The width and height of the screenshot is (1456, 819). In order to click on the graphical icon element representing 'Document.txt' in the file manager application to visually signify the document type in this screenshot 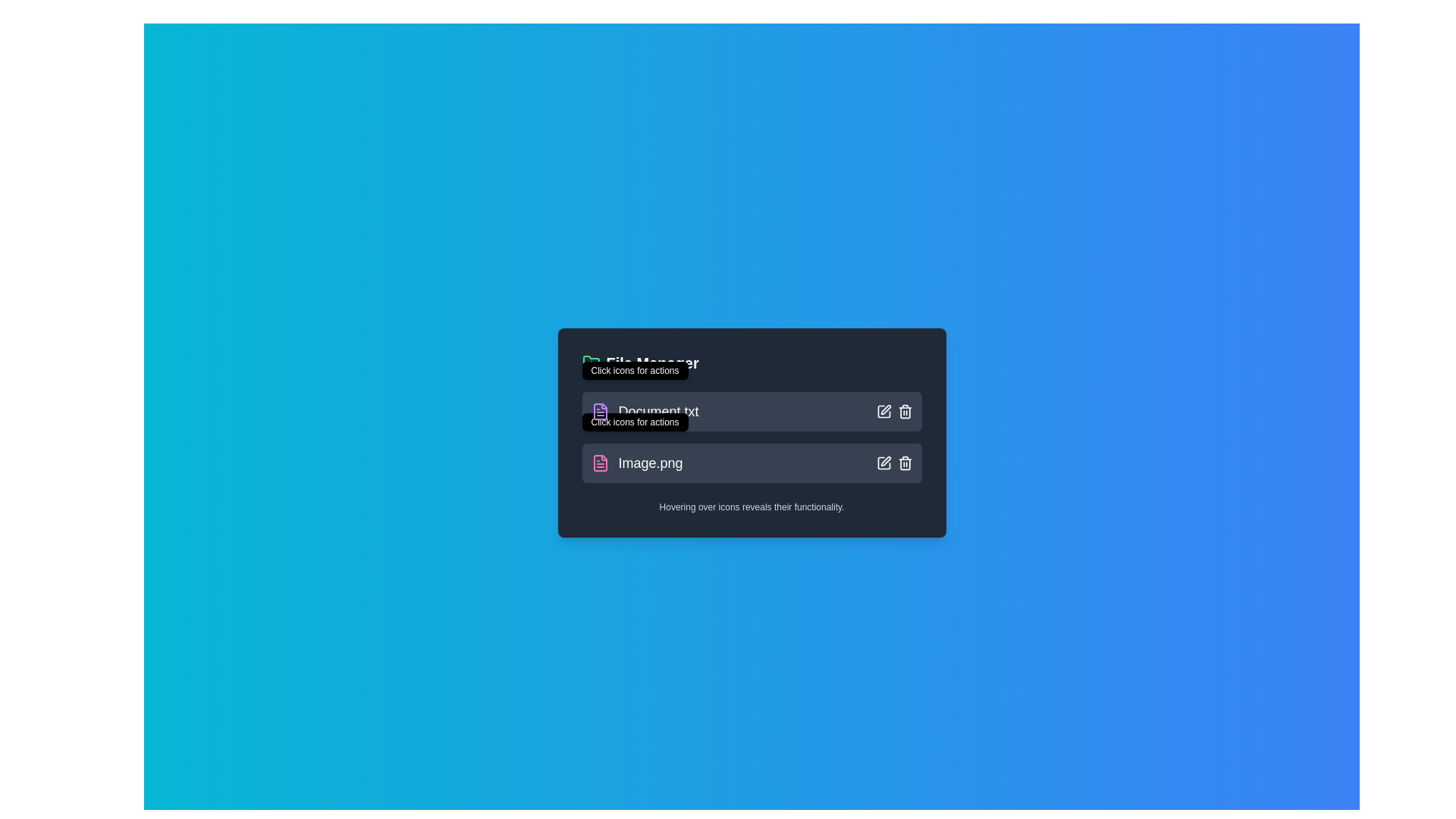, I will do `click(599, 412)`.